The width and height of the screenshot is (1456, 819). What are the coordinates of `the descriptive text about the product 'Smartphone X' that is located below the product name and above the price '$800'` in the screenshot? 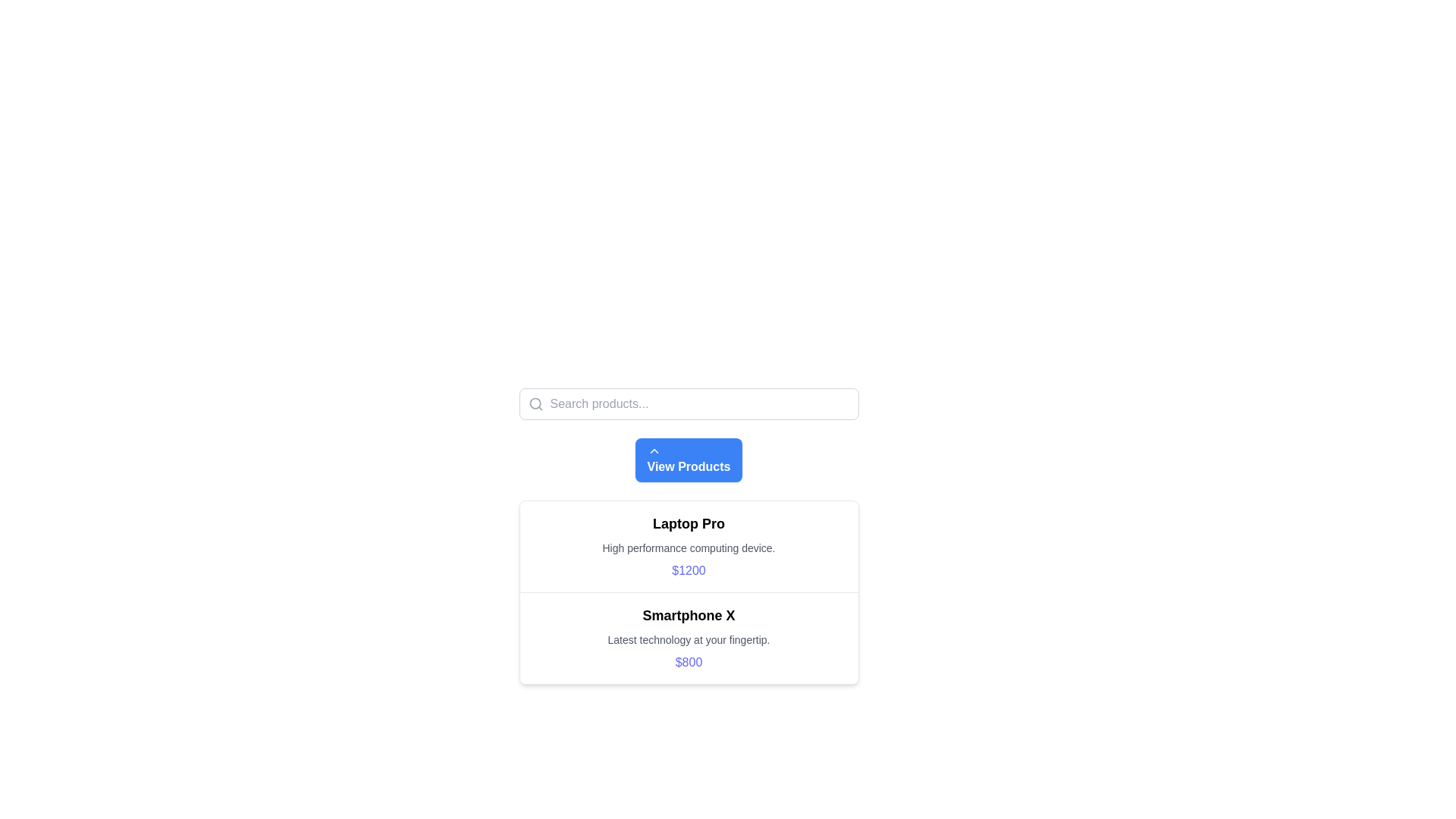 It's located at (688, 640).